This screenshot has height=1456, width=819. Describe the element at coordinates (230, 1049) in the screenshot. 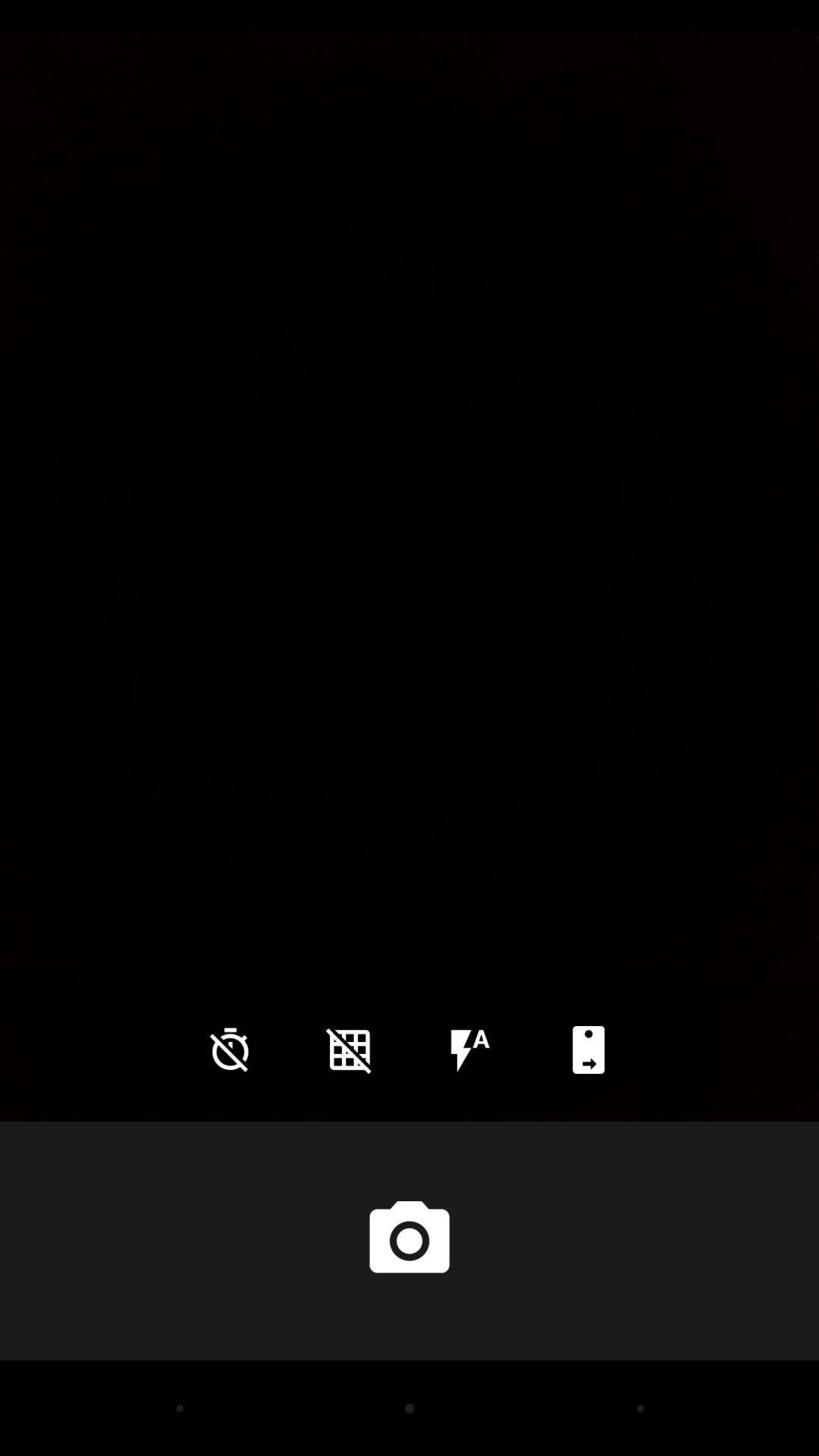

I see `item at the bottom left corner` at that location.